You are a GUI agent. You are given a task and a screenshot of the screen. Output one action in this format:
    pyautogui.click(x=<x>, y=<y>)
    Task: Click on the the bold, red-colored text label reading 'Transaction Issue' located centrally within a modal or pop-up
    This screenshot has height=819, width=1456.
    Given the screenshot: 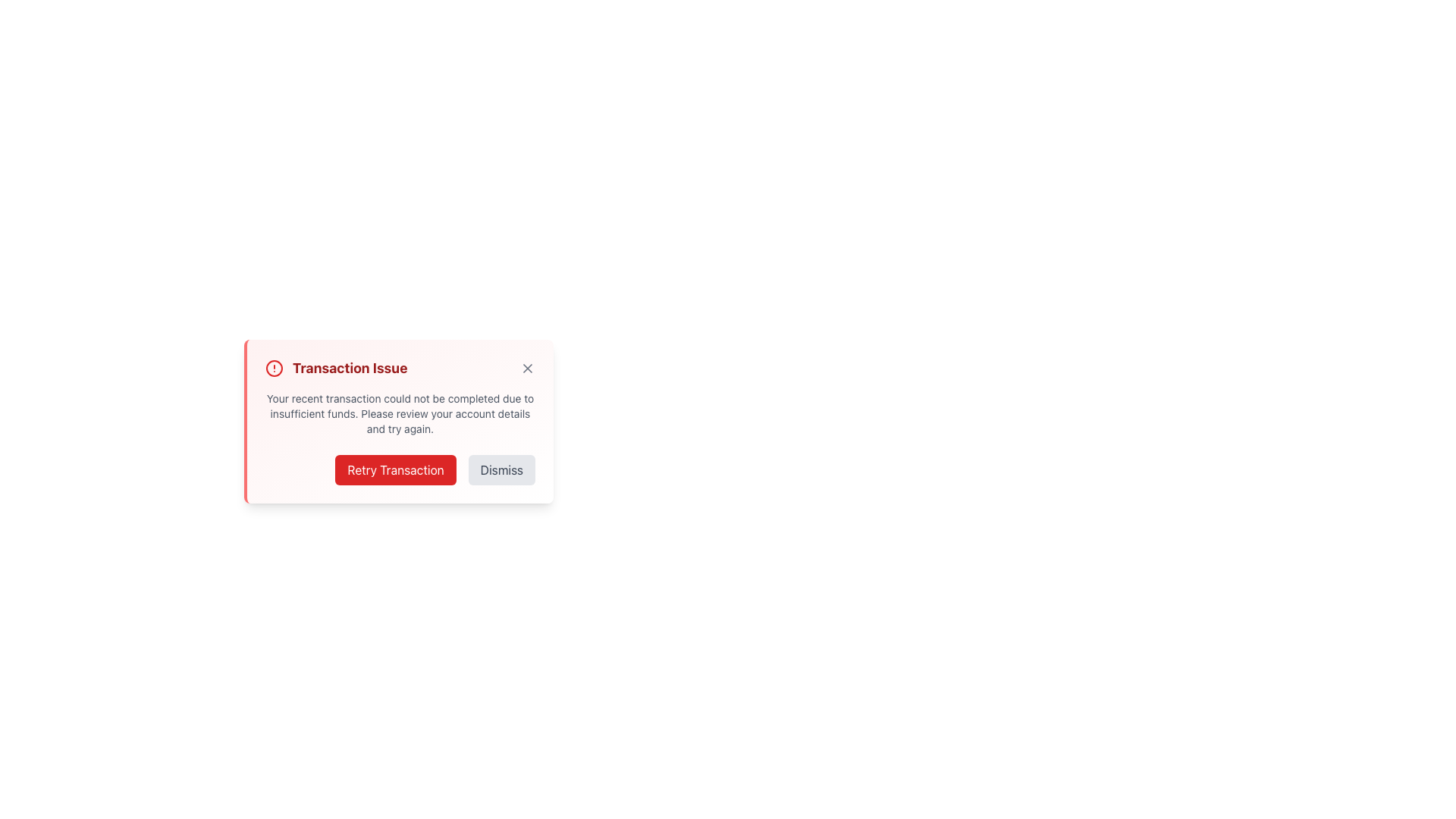 What is the action you would take?
    pyautogui.click(x=349, y=369)
    